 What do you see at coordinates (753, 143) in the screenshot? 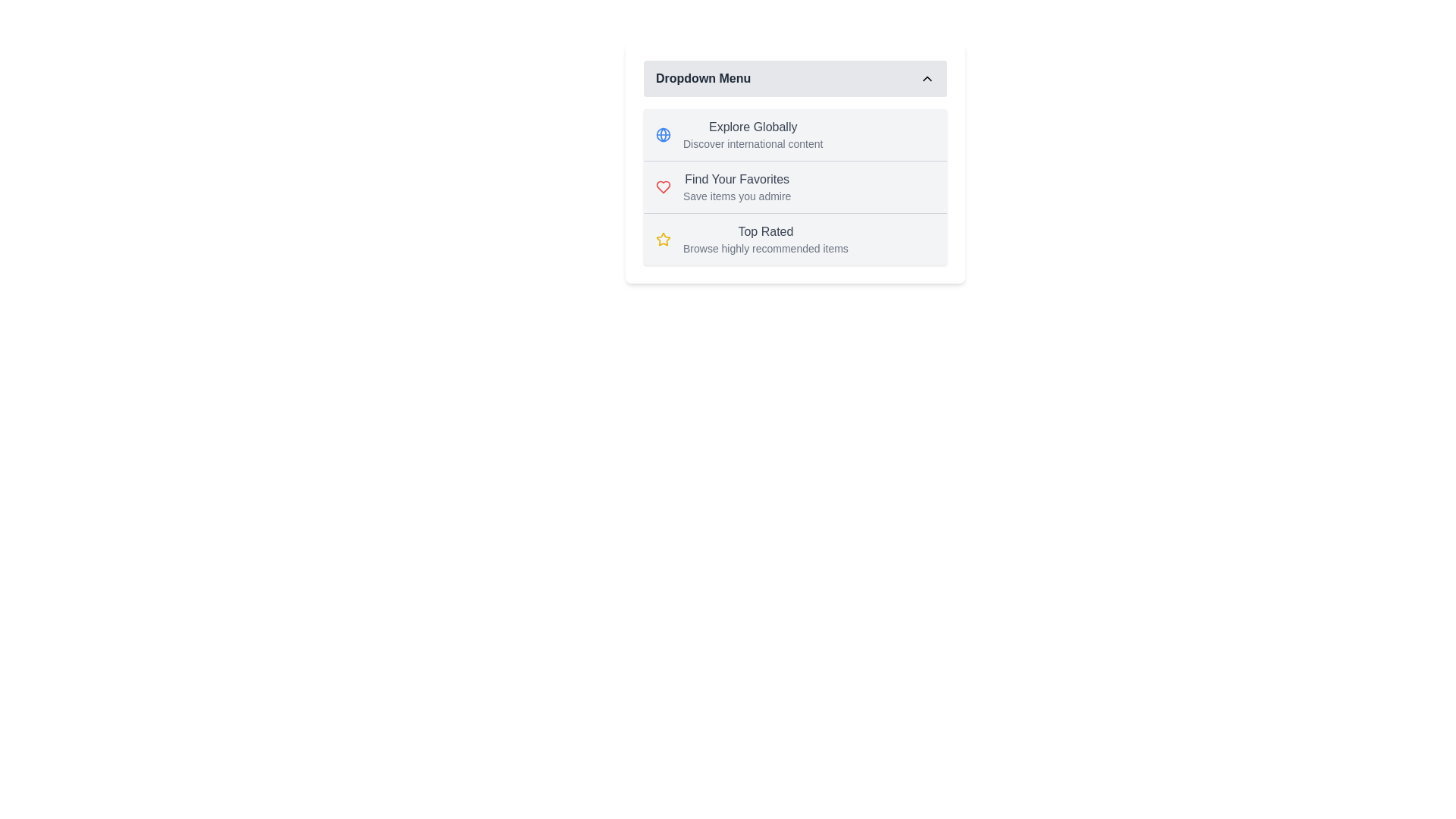
I see `the static text that provides additional context about the 'Explore Globally' option, which is positioned directly below it in the dropdown menu panel` at bounding box center [753, 143].